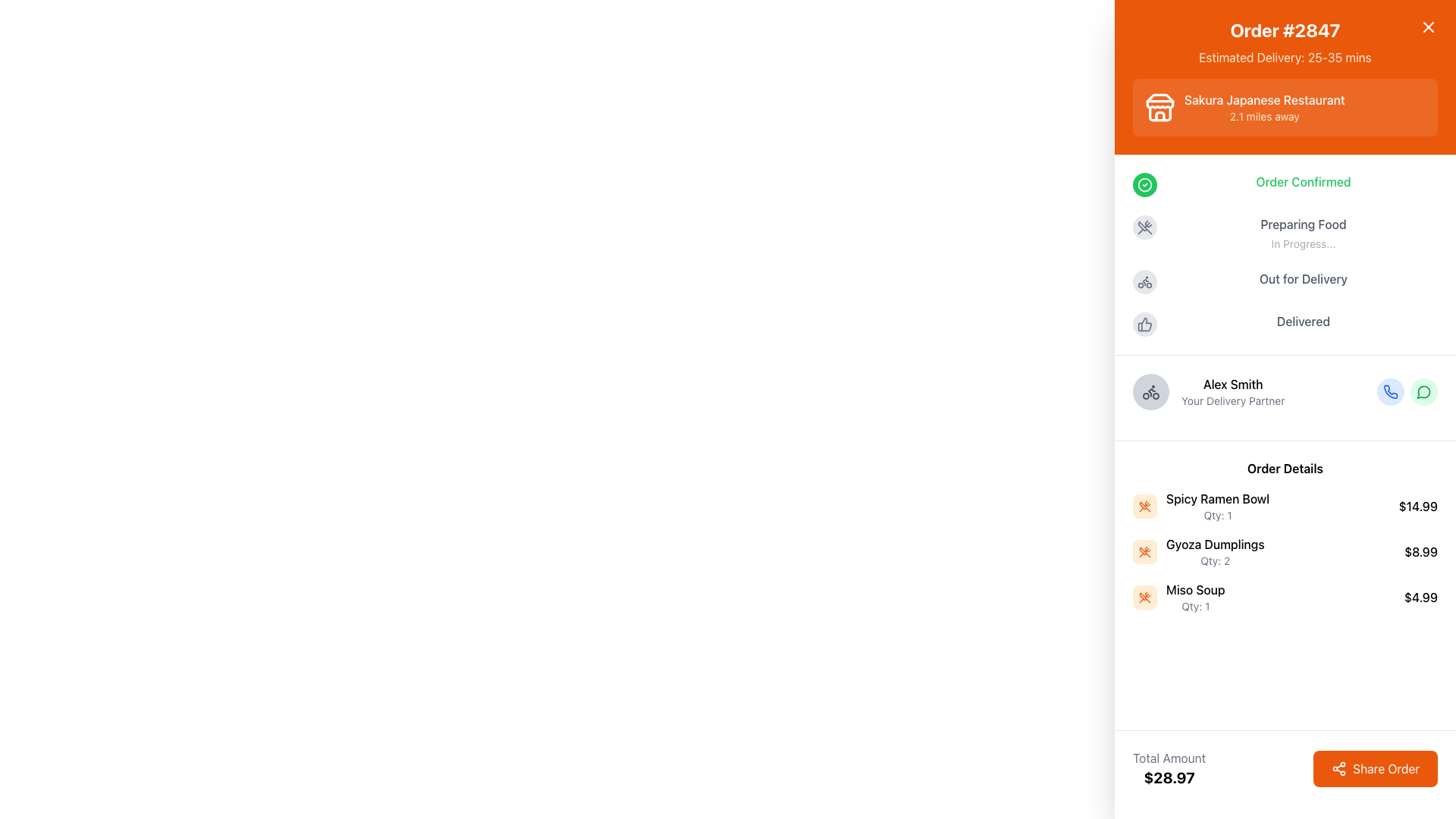 This screenshot has width=1456, height=819. I want to click on the Close Button (SVG icon) located at the top-right corner of the interface, so click(1427, 27).